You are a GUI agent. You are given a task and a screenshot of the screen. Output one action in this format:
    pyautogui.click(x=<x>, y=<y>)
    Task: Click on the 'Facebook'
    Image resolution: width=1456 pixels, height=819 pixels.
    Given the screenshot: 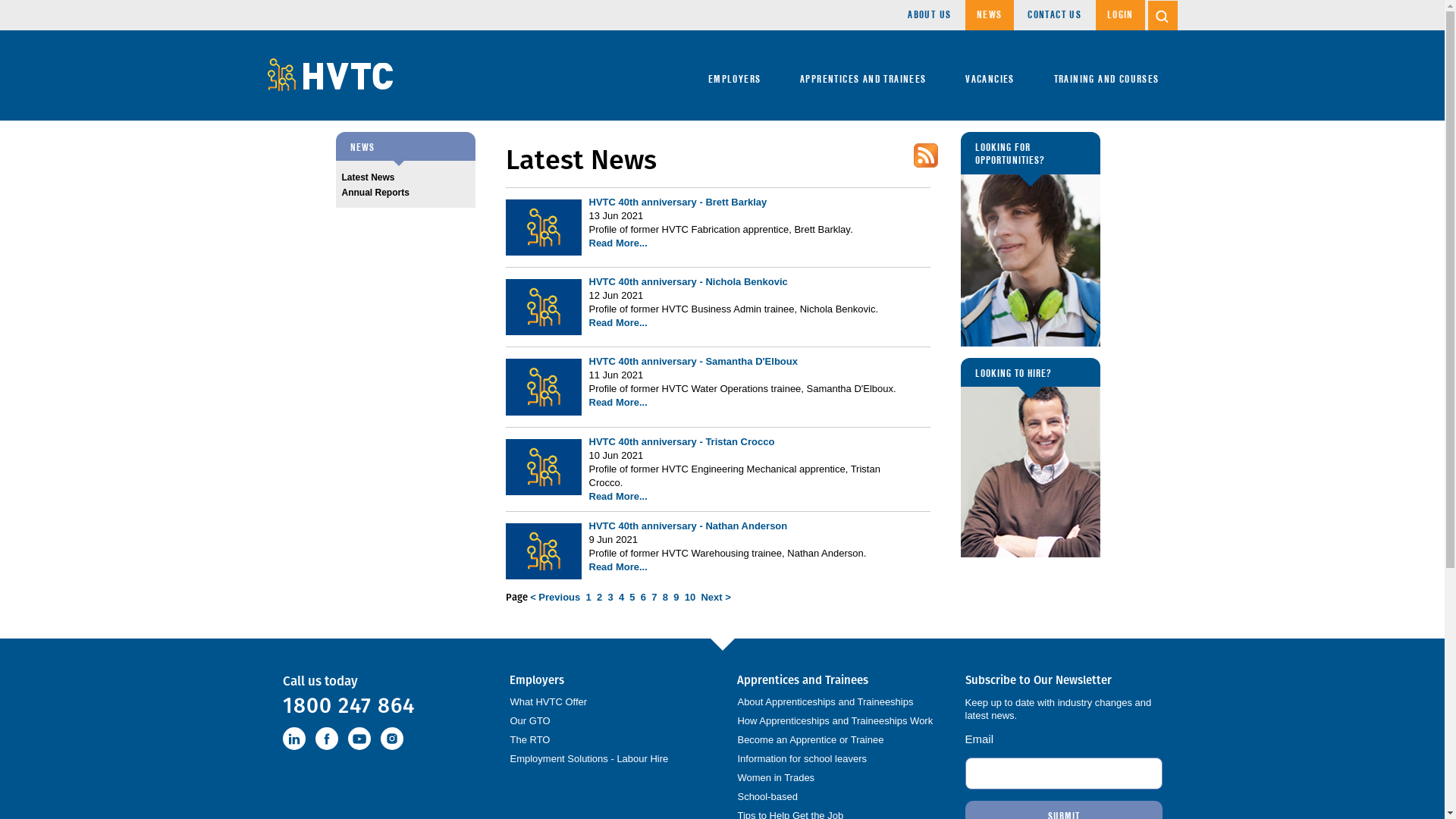 What is the action you would take?
    pyautogui.click(x=326, y=738)
    